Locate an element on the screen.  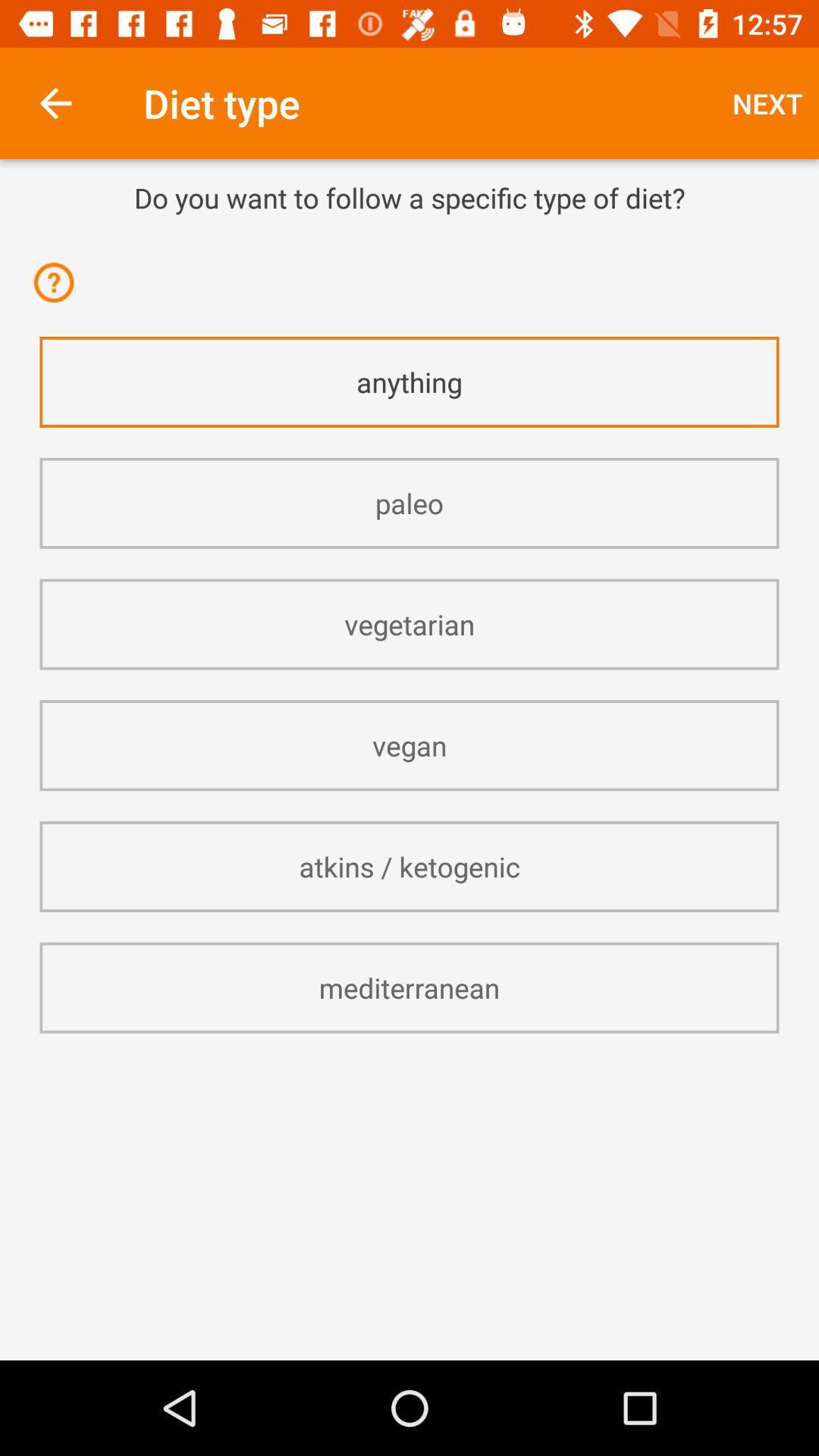
do you want is located at coordinates (409, 196).